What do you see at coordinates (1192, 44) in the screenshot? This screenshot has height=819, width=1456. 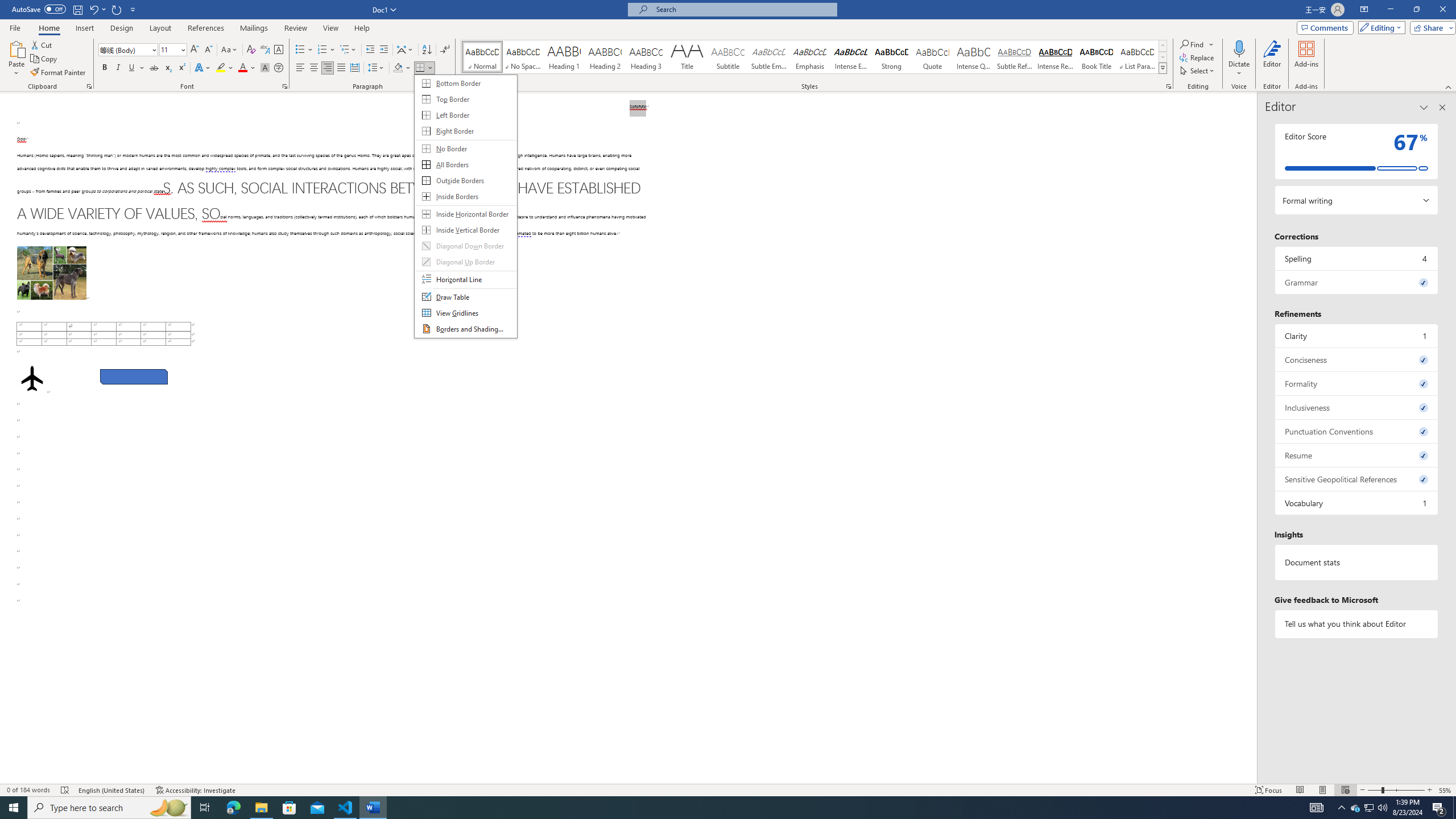 I see `'Find'` at bounding box center [1192, 44].